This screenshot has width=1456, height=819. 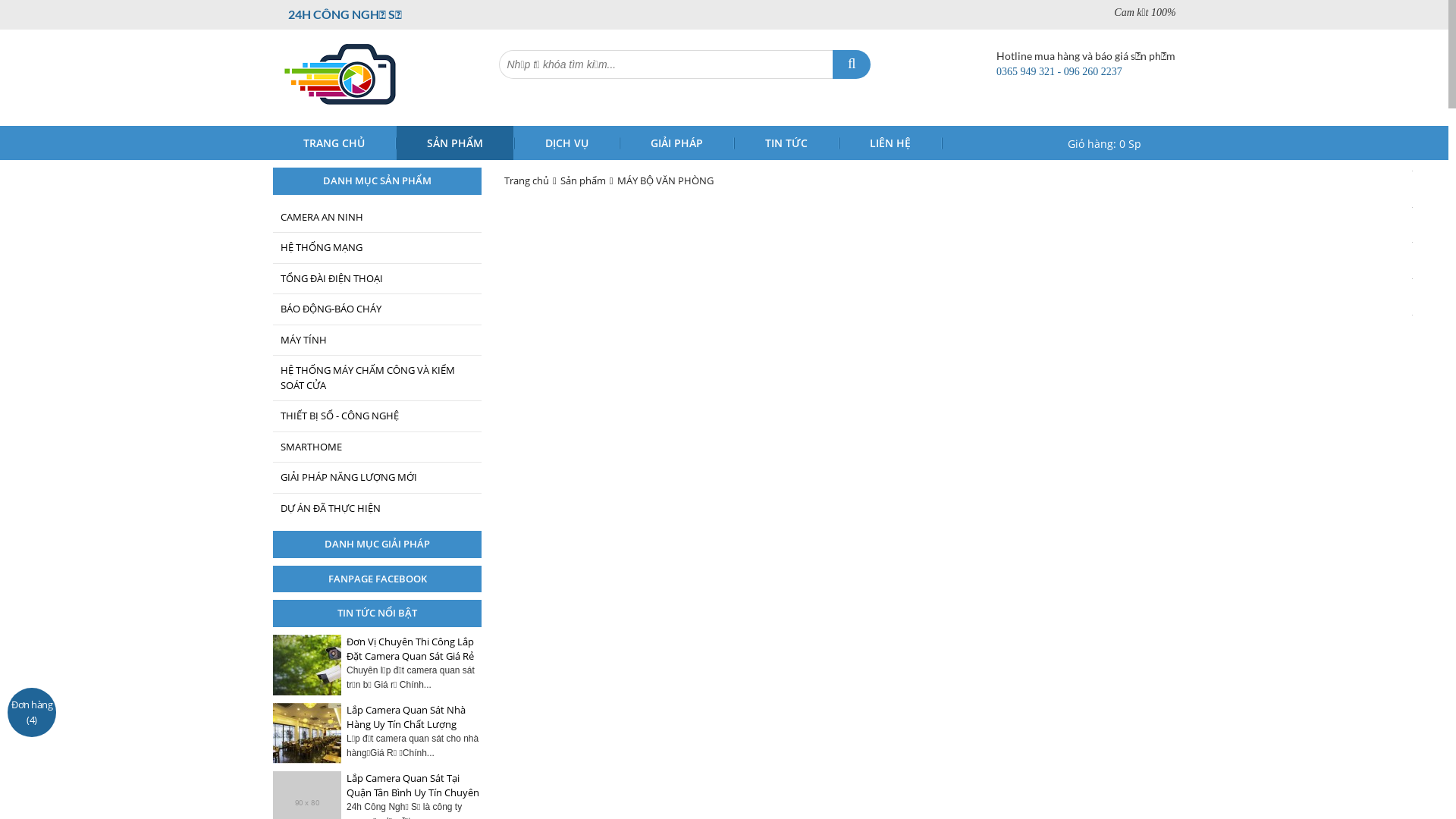 I want to click on 'CAMERA AN NINH', so click(x=377, y=216).